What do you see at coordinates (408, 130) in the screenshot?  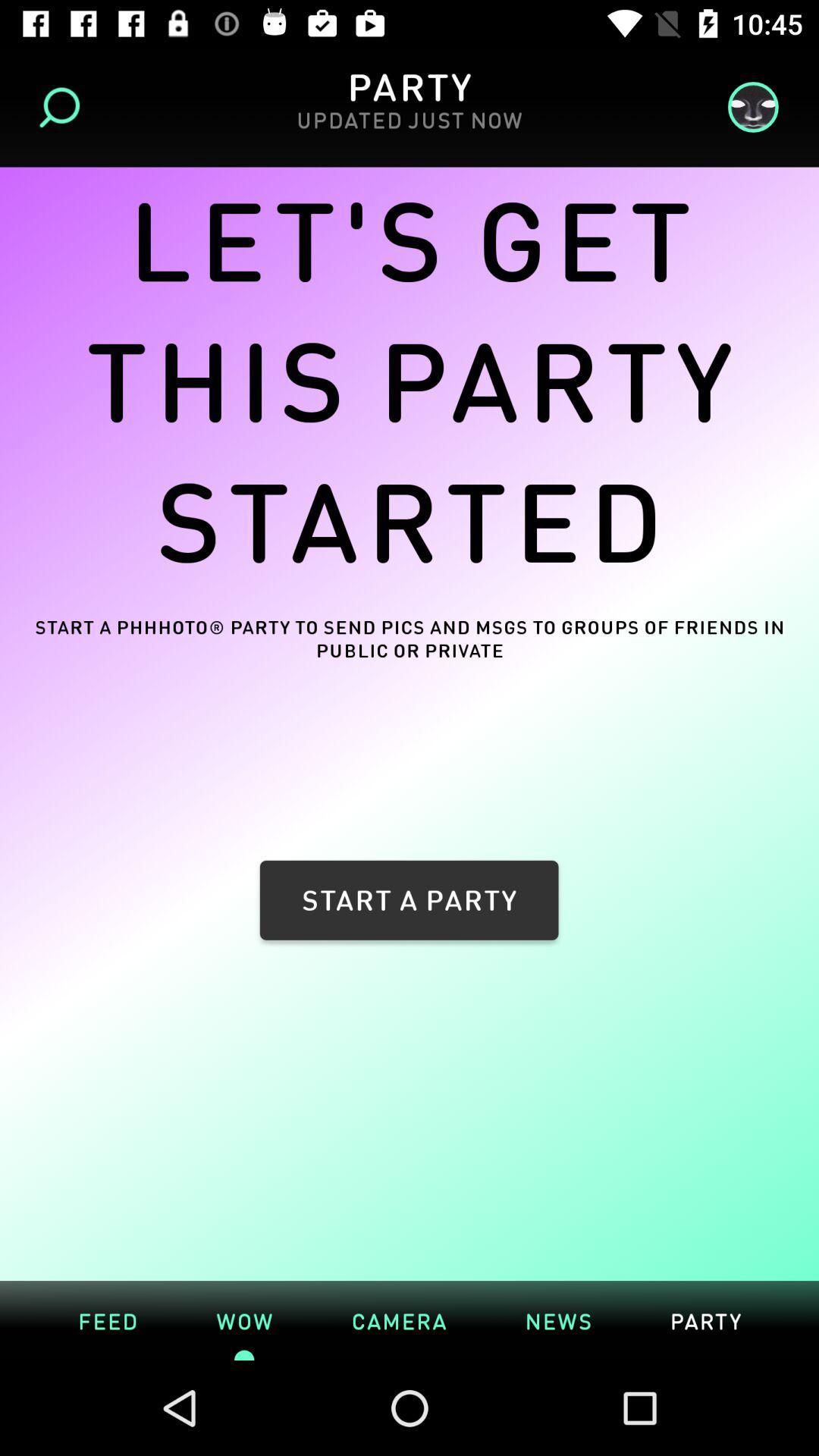 I see `the updated just now icon` at bounding box center [408, 130].